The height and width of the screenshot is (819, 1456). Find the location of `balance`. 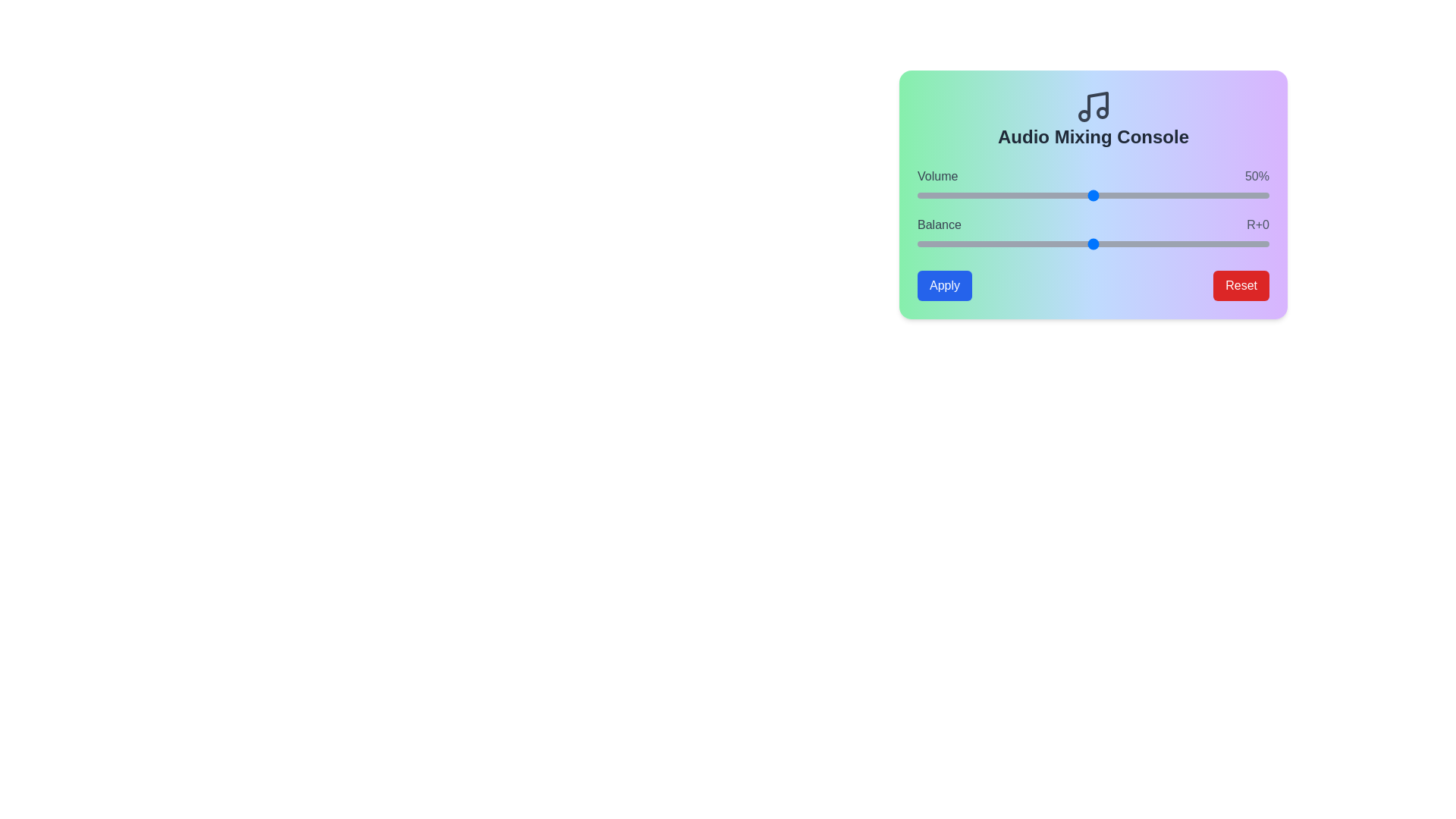

balance is located at coordinates (962, 243).